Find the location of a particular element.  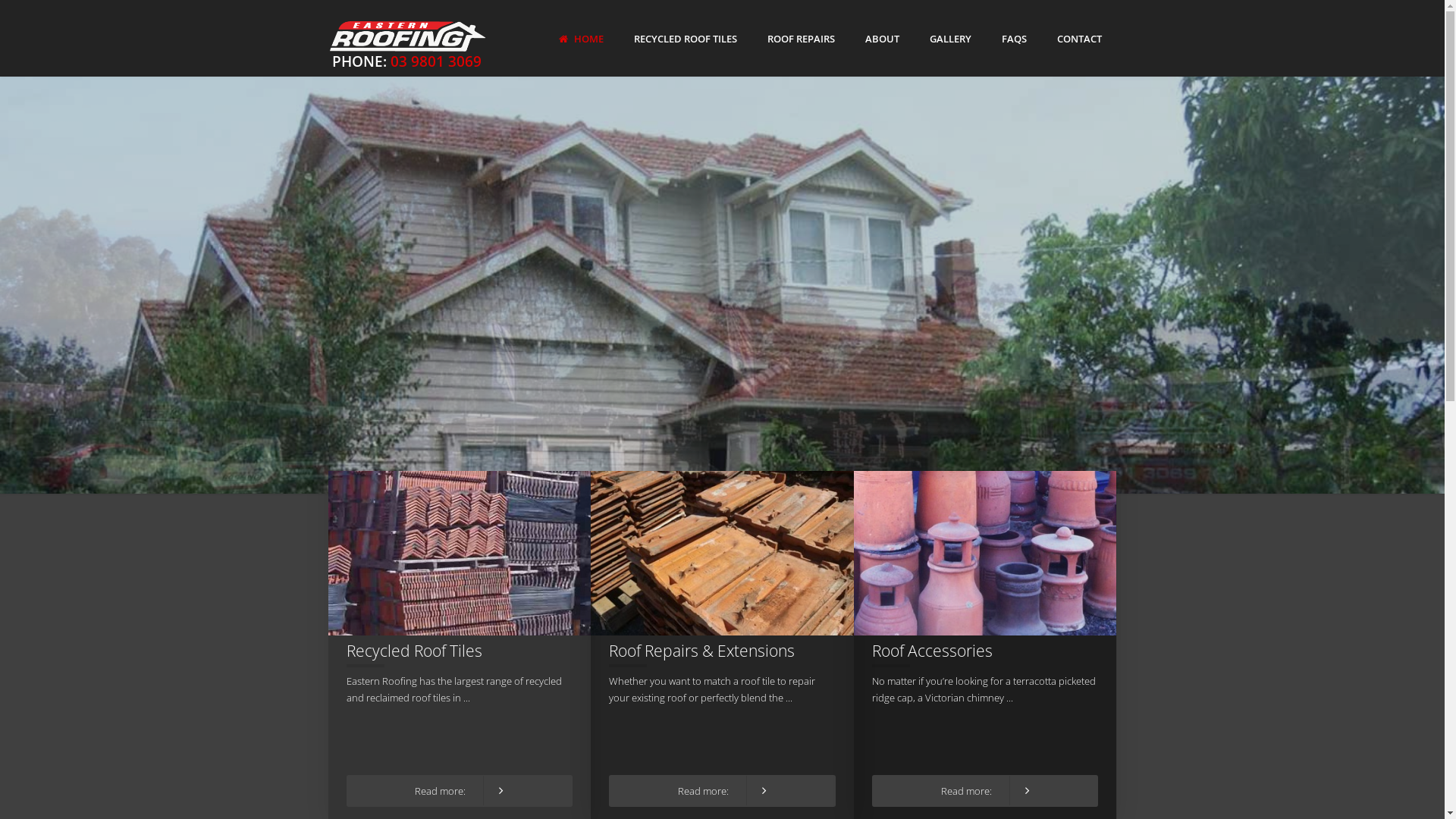

'Roof Accessories' is located at coordinates (854, 553).